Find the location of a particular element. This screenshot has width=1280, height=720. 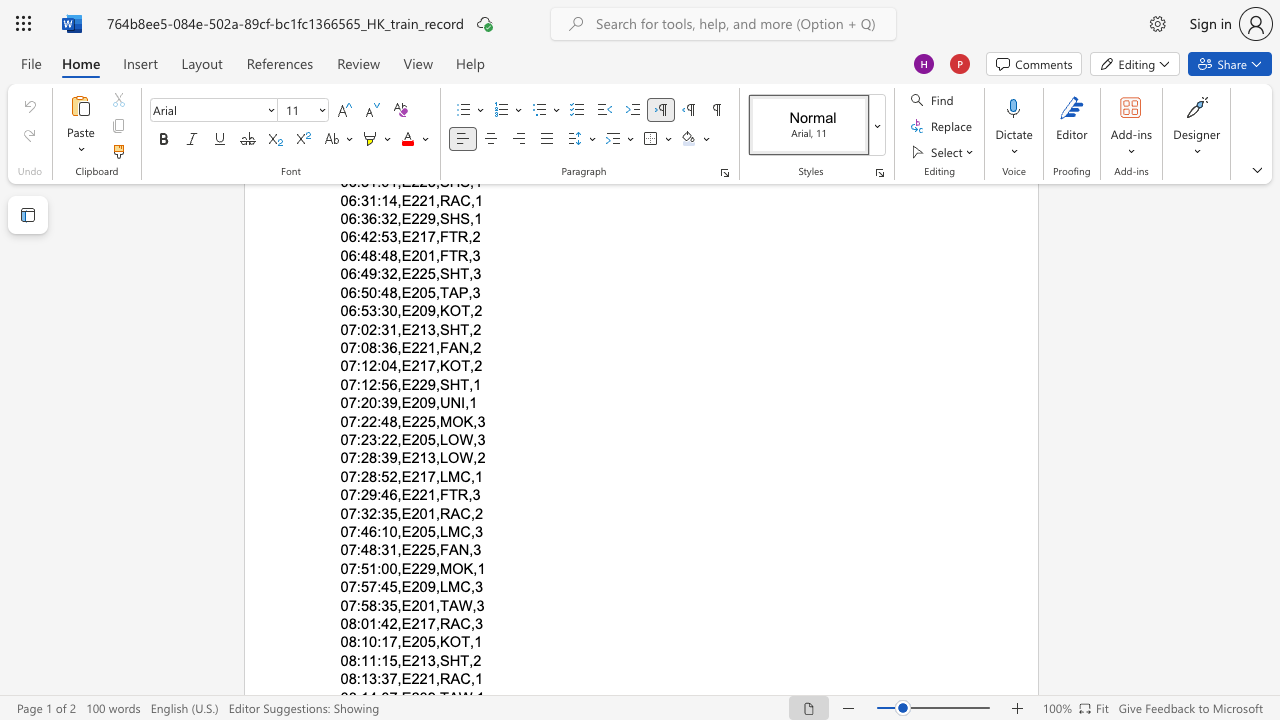

the subset text "1,F" within the text "07:29:46,E221,FTR,3" is located at coordinates (426, 495).